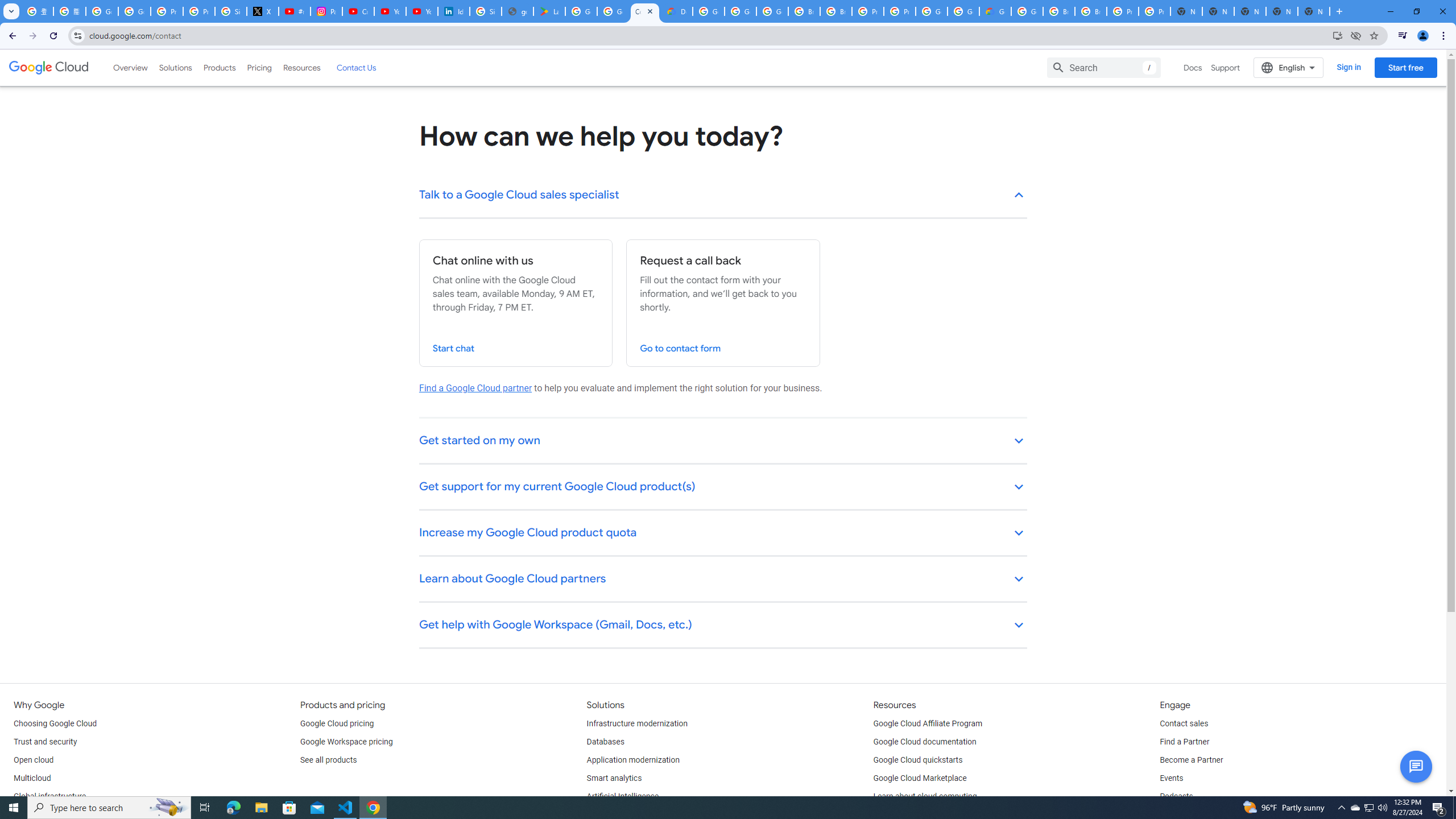 The height and width of the screenshot is (819, 1456). I want to click on 'Google Cloud Platform', so click(930, 11).